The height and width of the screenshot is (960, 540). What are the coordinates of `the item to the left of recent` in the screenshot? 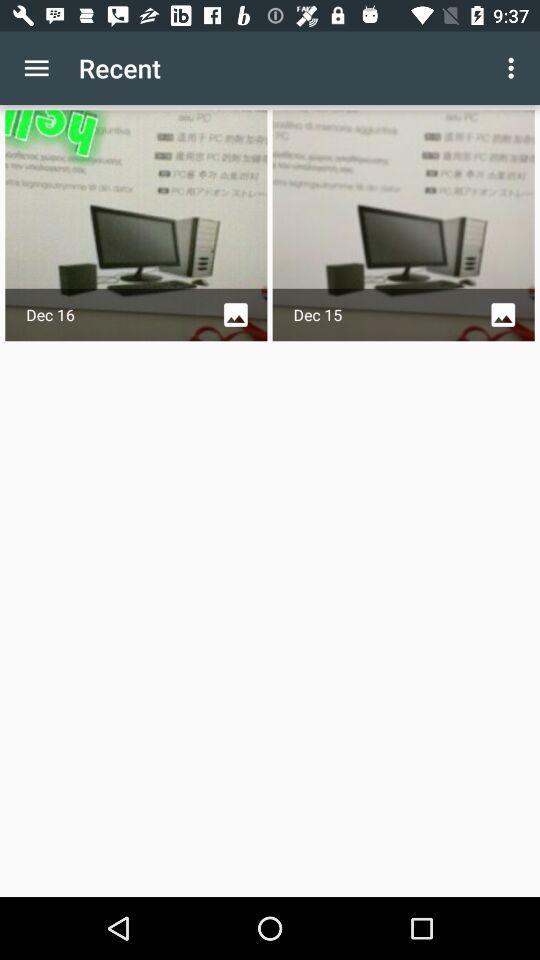 It's located at (36, 68).